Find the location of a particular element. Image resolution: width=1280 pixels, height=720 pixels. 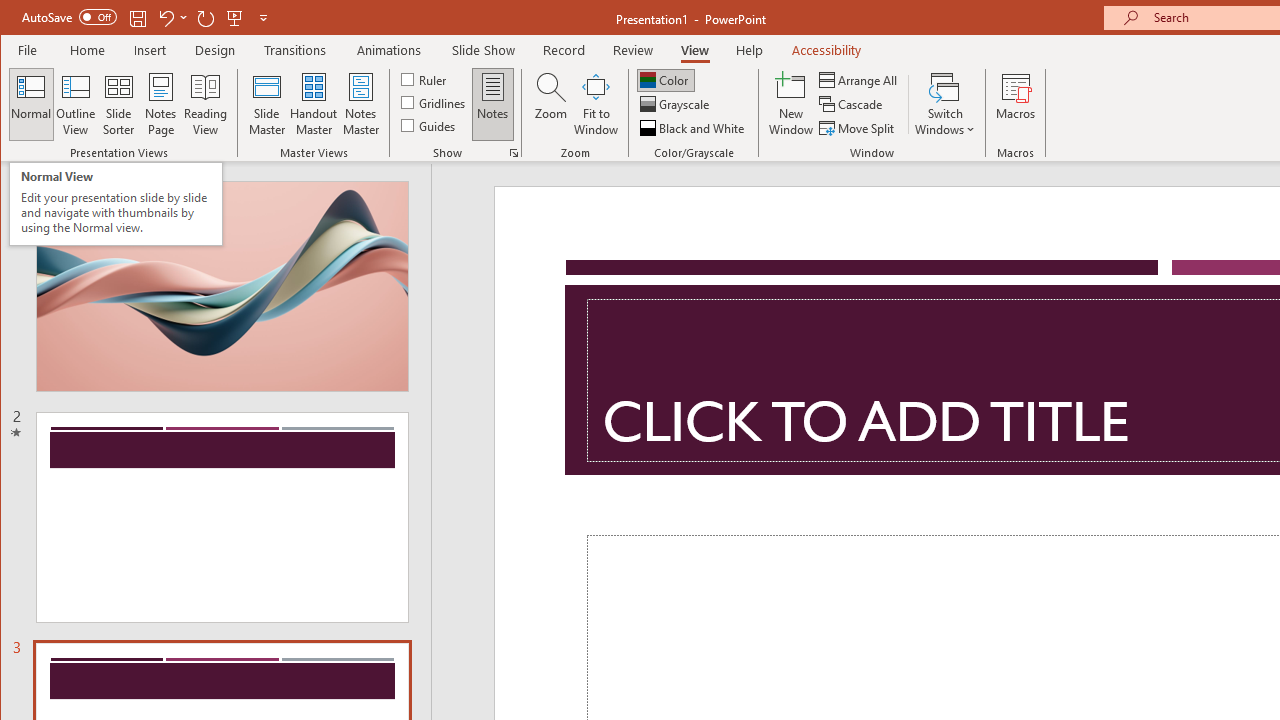

'Guides' is located at coordinates (429, 125).